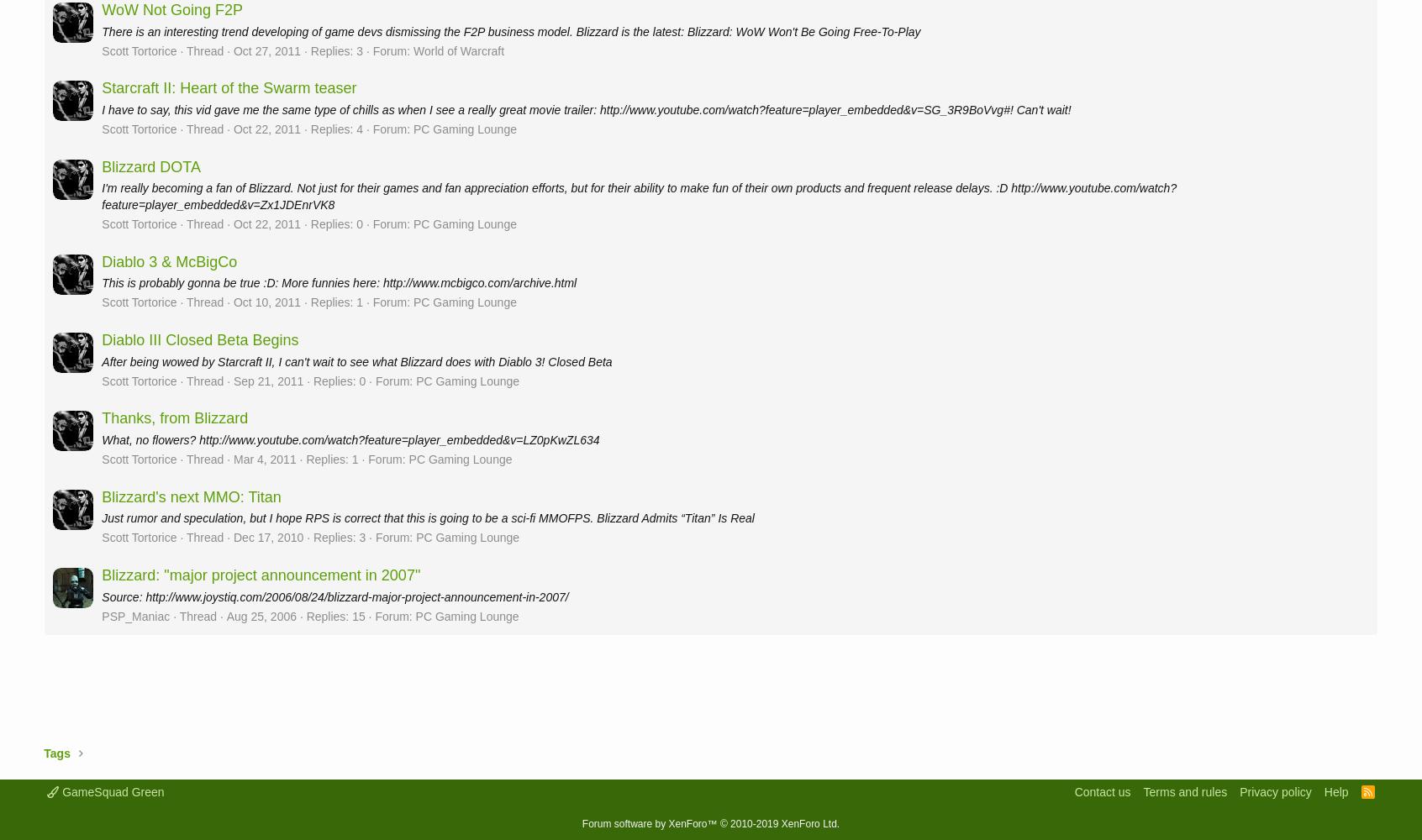 The image size is (1422, 840). What do you see at coordinates (1275, 790) in the screenshot?
I see `'Privacy policy'` at bounding box center [1275, 790].